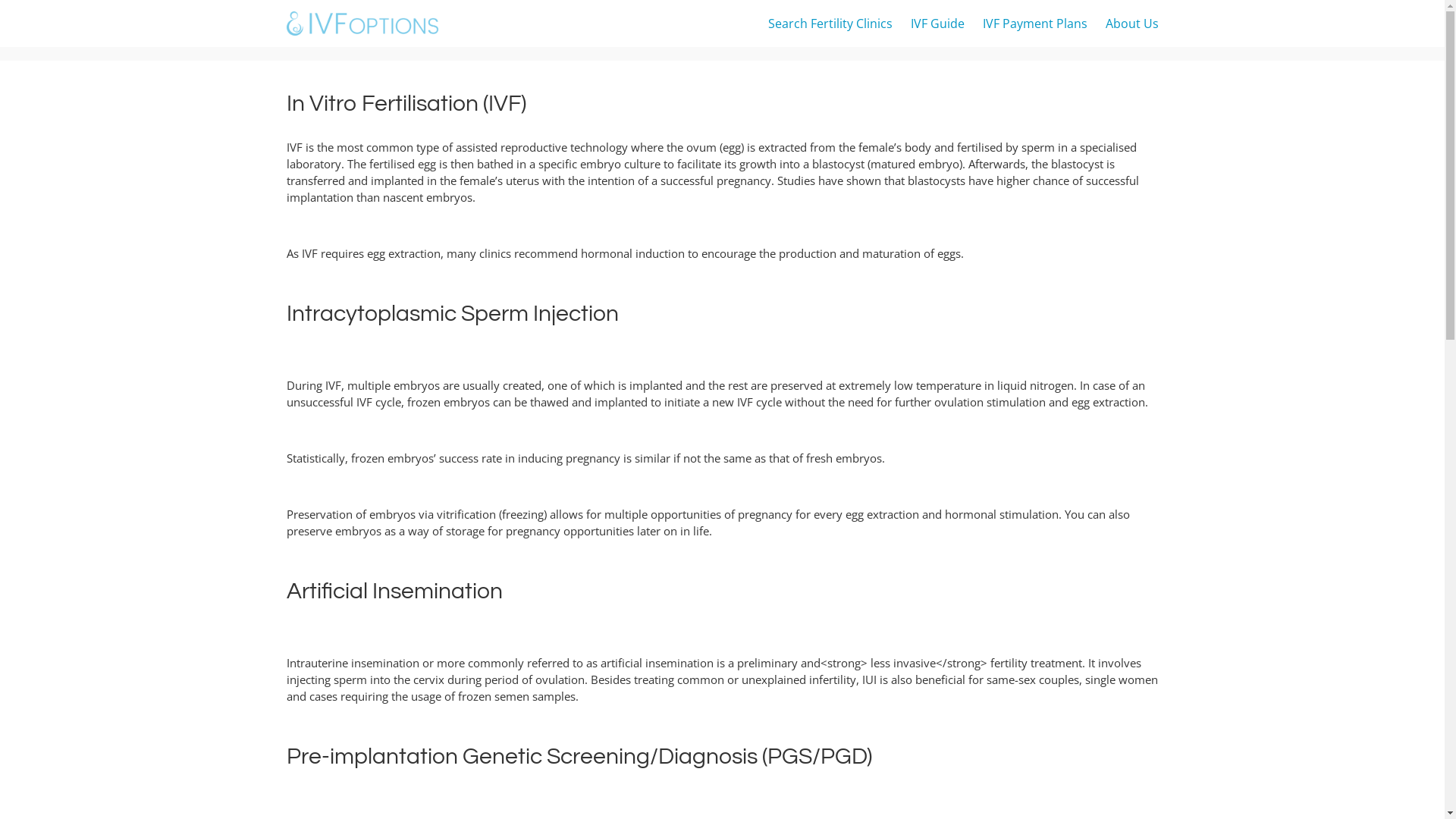  What do you see at coordinates (936, 23) in the screenshot?
I see `'IVF Guide'` at bounding box center [936, 23].